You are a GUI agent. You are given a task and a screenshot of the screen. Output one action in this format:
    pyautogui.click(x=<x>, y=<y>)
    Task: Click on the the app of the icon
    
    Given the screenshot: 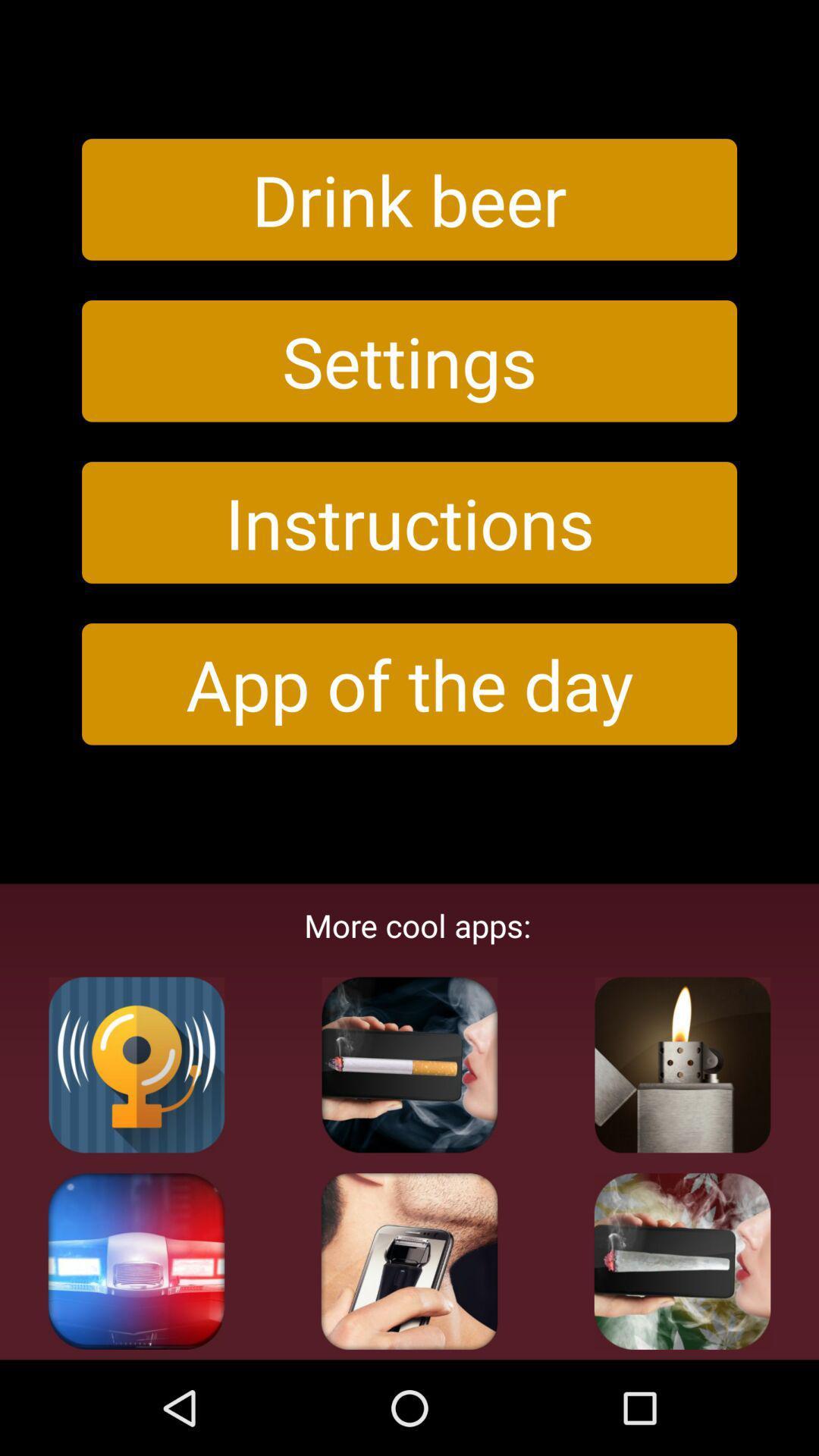 What is the action you would take?
    pyautogui.click(x=409, y=683)
    